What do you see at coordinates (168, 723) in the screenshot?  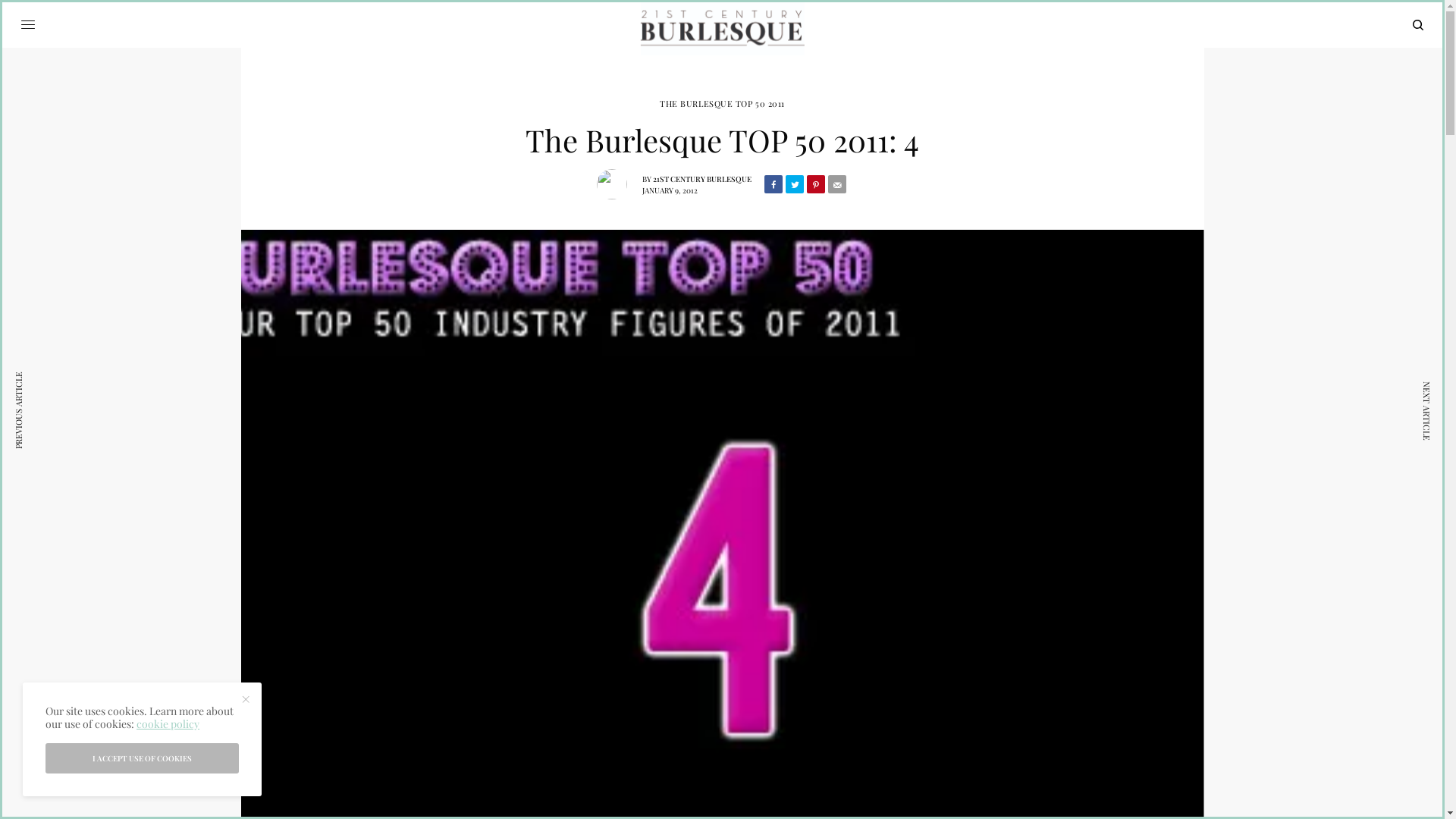 I see `'cookie policy'` at bounding box center [168, 723].